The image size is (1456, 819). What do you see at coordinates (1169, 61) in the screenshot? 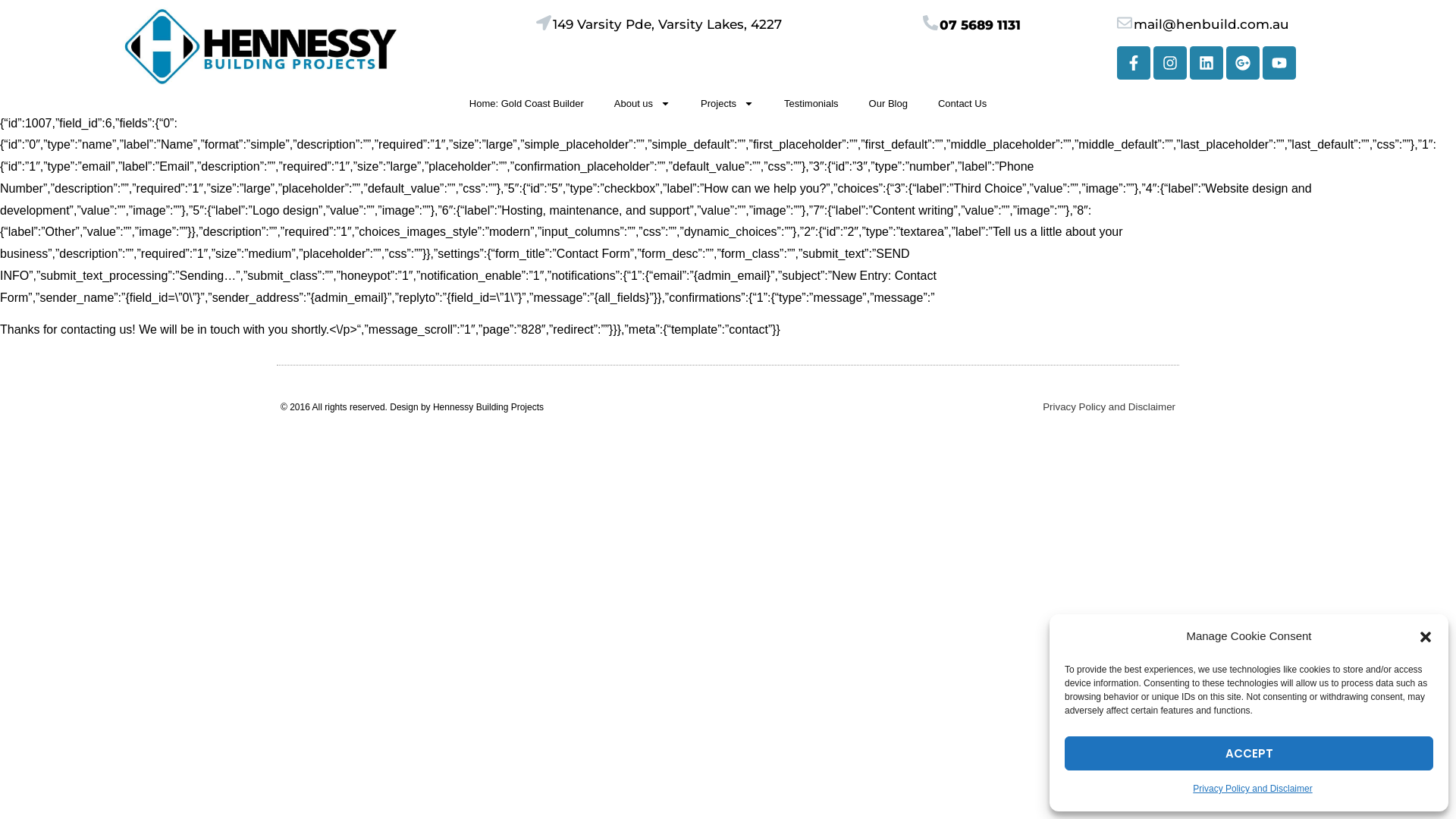
I see `'Instagram'` at bounding box center [1169, 61].